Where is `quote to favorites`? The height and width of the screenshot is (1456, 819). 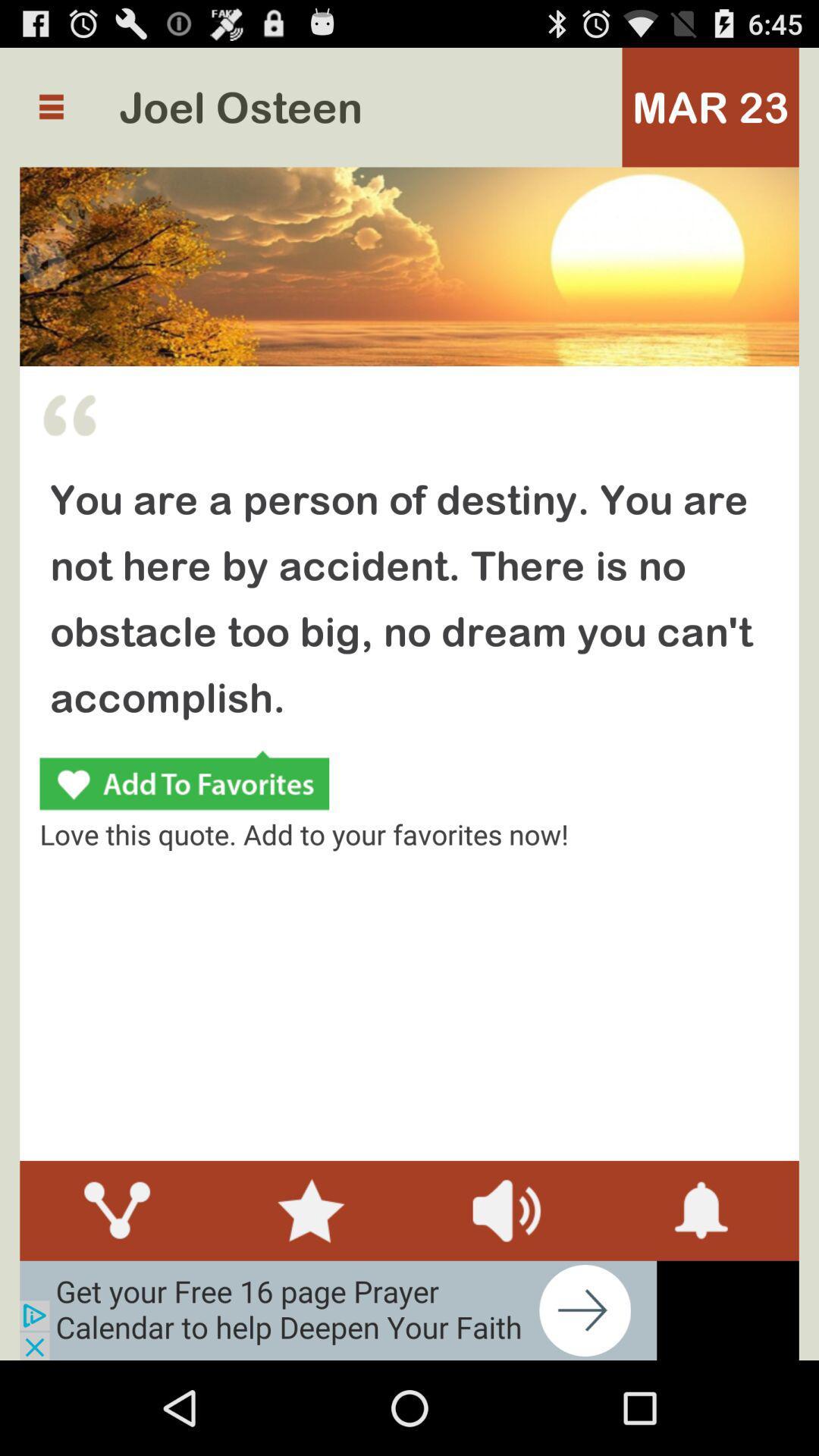
quote to favorites is located at coordinates (184, 783).